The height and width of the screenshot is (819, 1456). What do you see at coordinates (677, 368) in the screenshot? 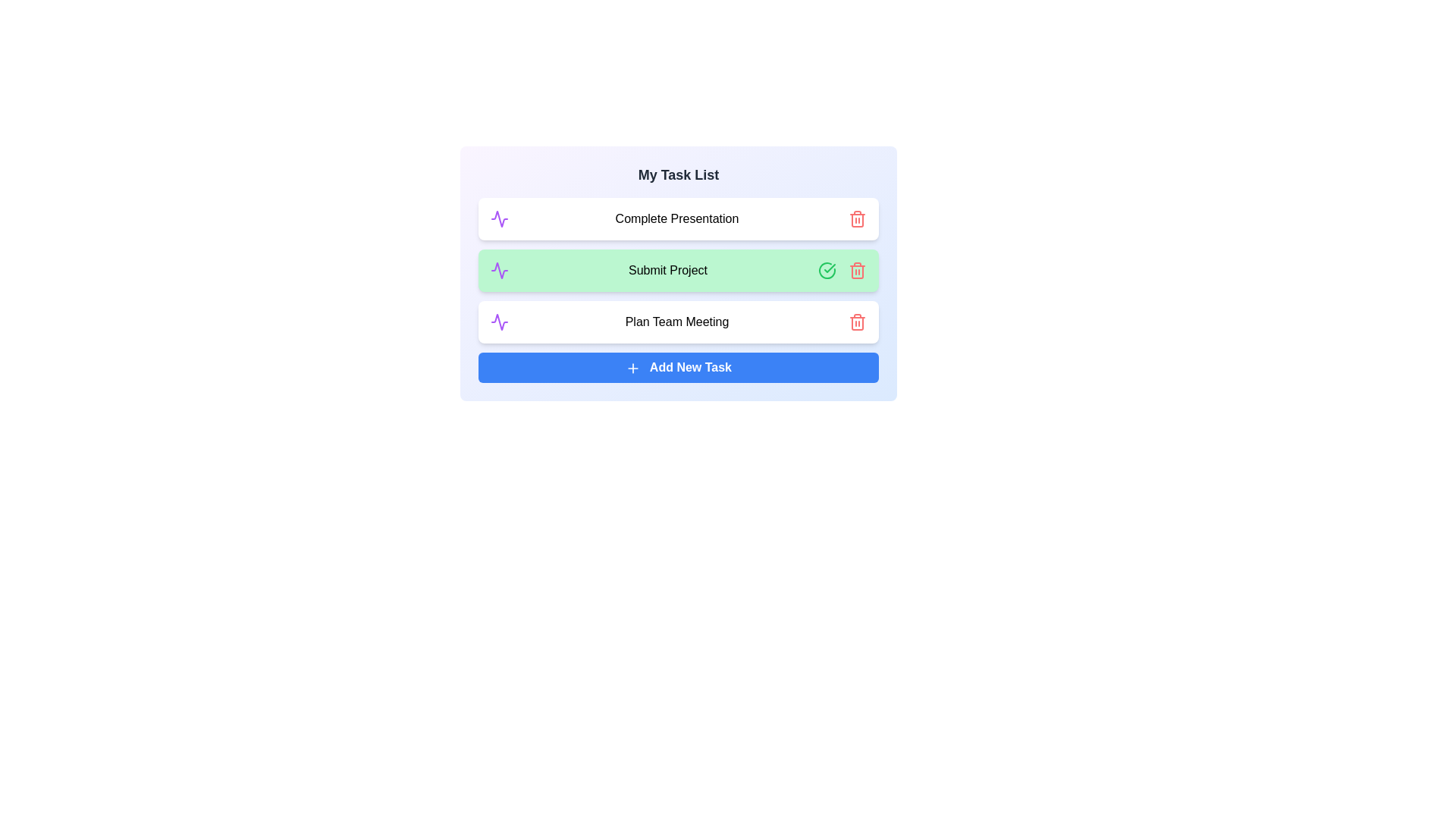
I see `the 'Add New Task' button to add a new task to the list` at bounding box center [677, 368].